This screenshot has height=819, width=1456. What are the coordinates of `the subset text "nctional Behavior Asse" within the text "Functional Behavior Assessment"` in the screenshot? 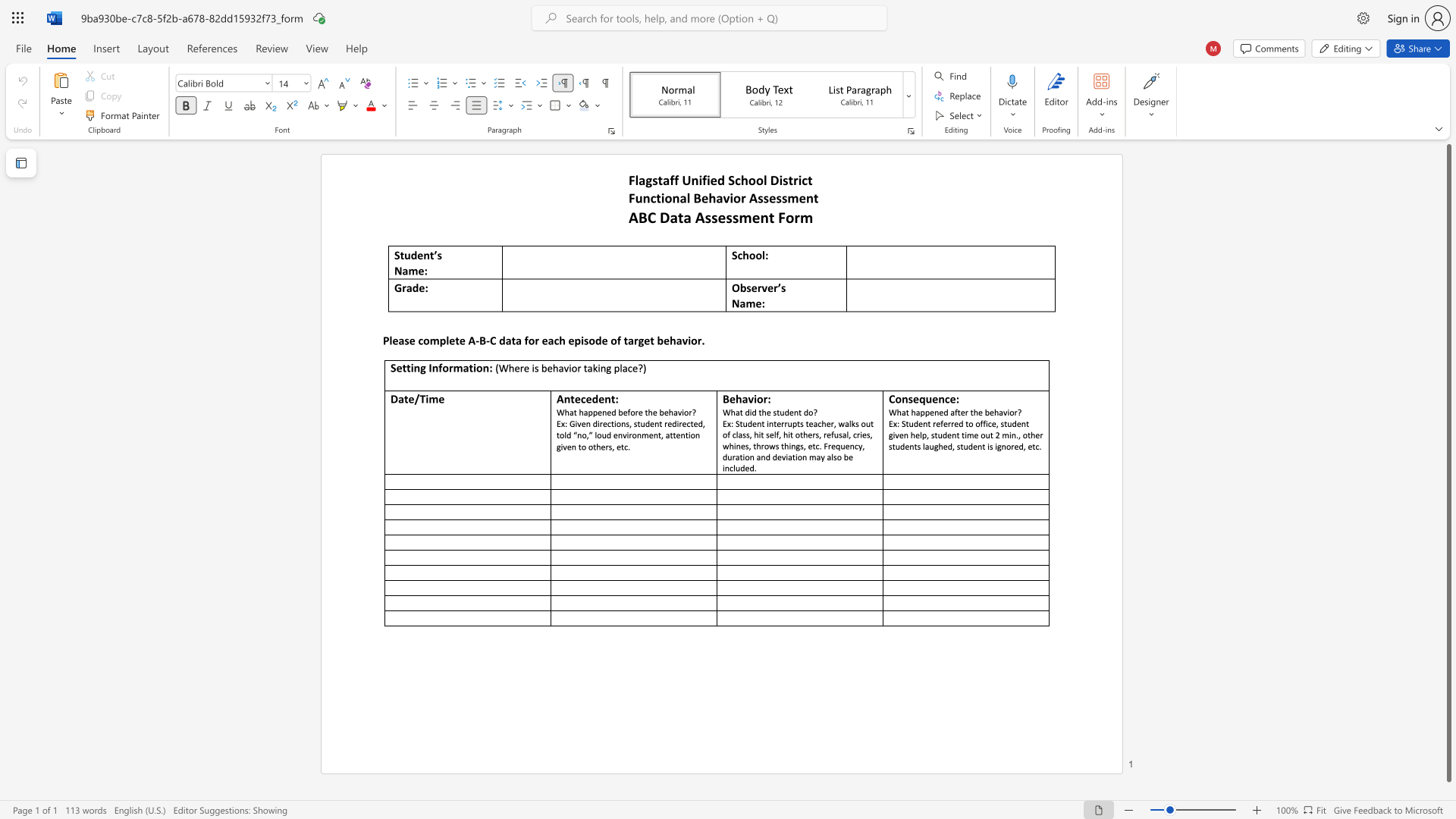 It's located at (642, 197).